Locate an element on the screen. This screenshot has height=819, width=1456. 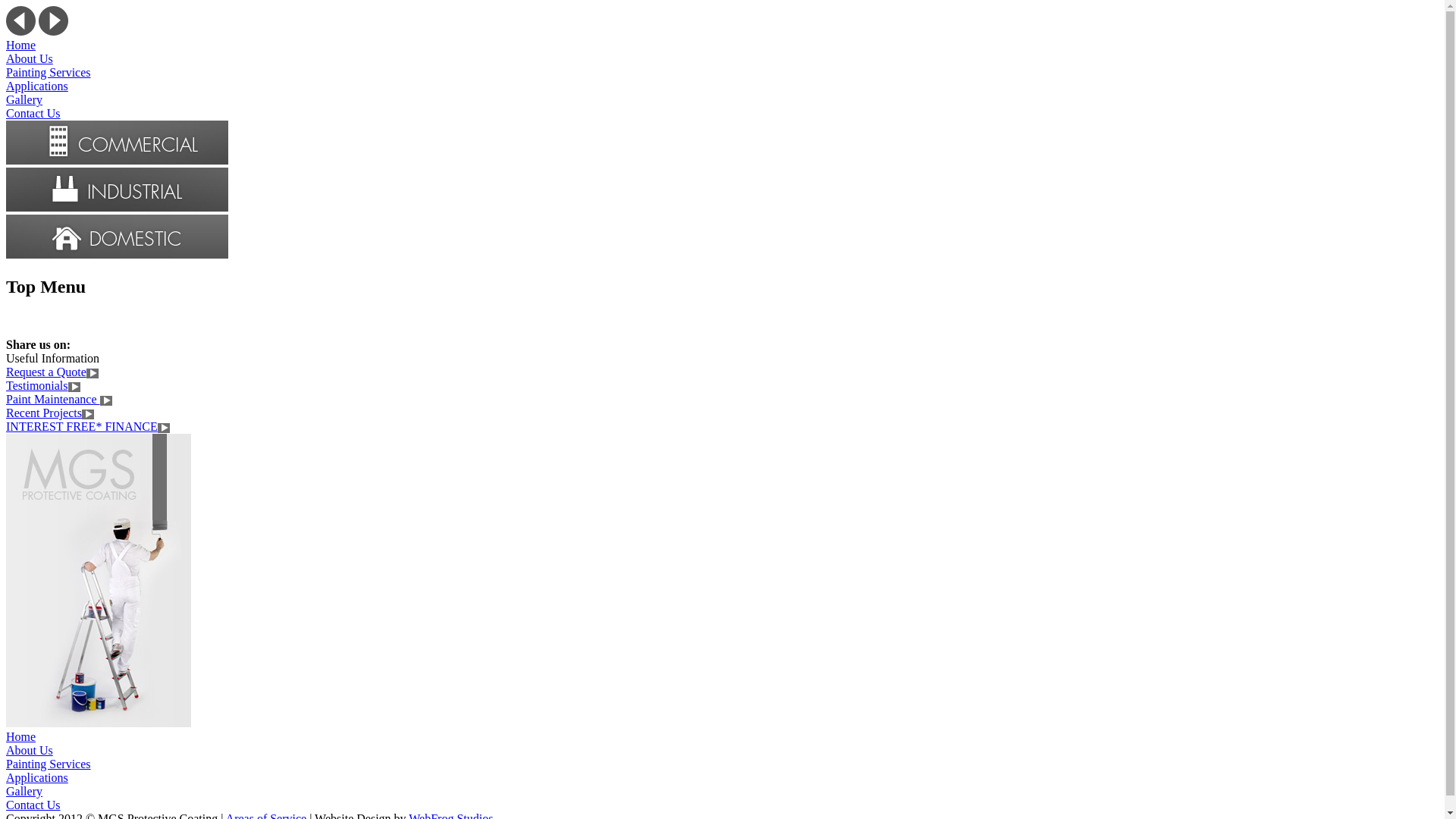
'Testimonials' is located at coordinates (6, 384).